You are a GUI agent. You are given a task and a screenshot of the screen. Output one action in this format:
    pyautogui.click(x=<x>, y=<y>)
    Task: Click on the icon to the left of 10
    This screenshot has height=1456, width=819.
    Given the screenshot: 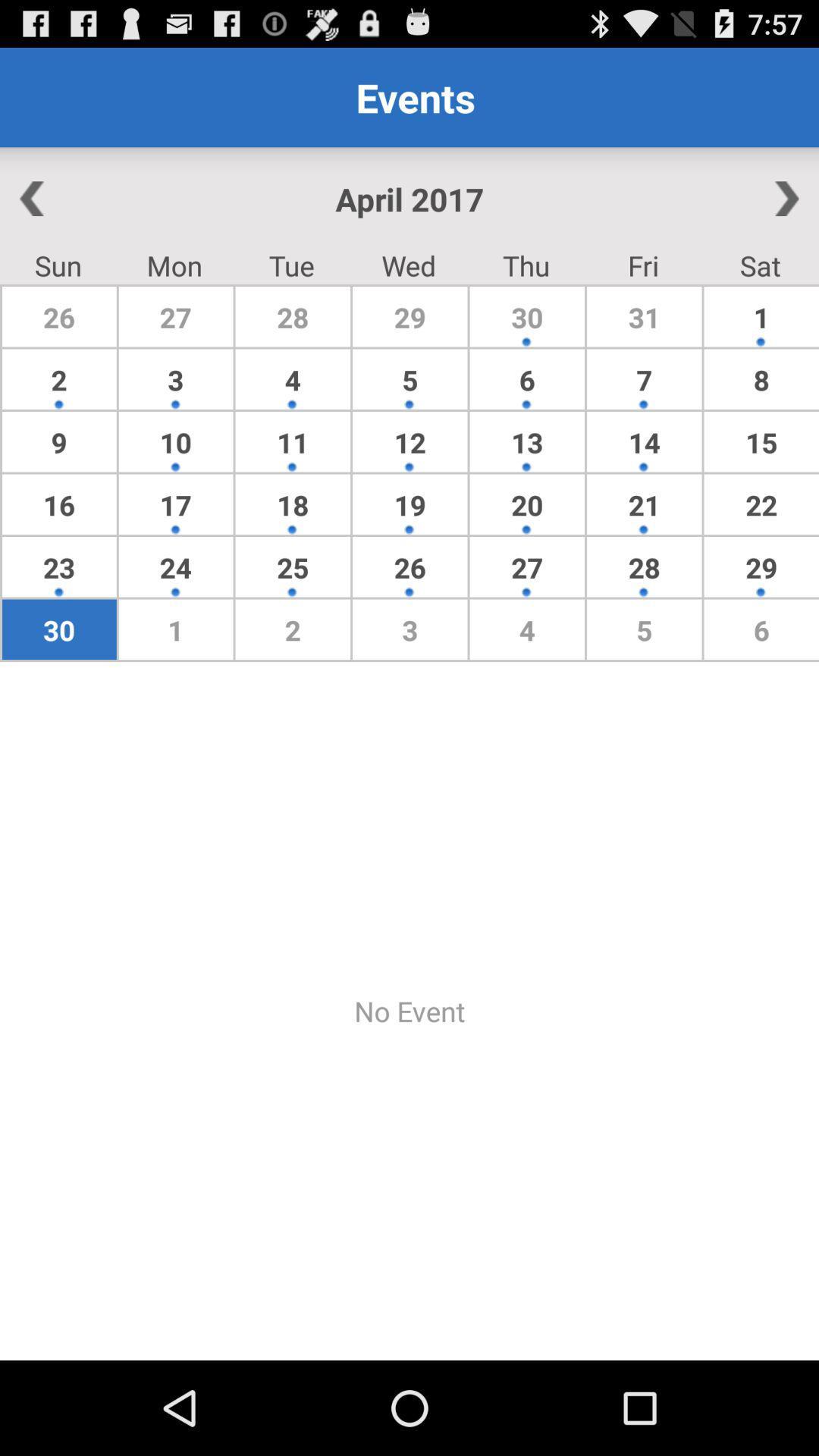 What is the action you would take?
    pyautogui.click(x=58, y=504)
    